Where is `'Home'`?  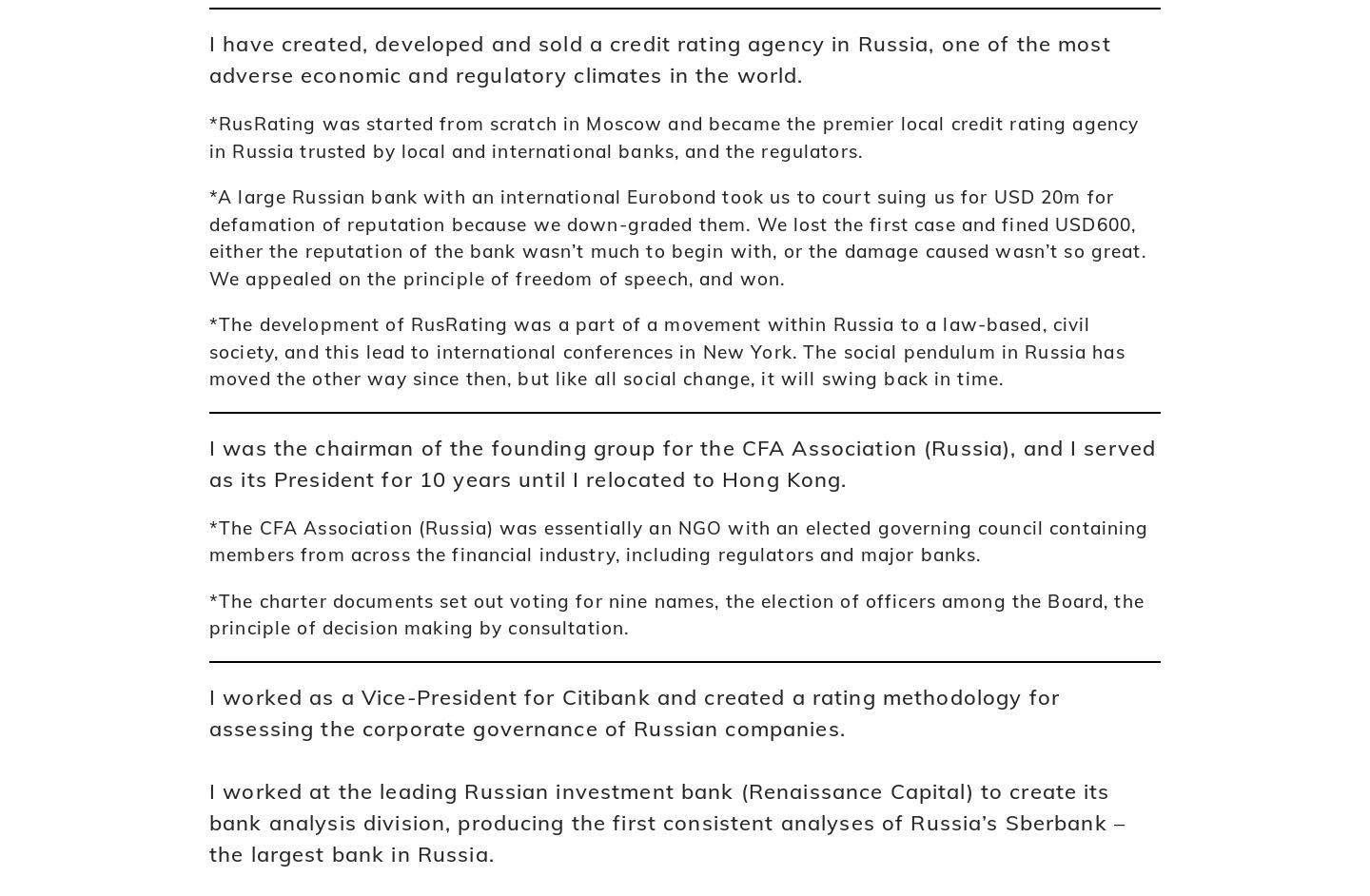 'Home' is located at coordinates (229, 132).